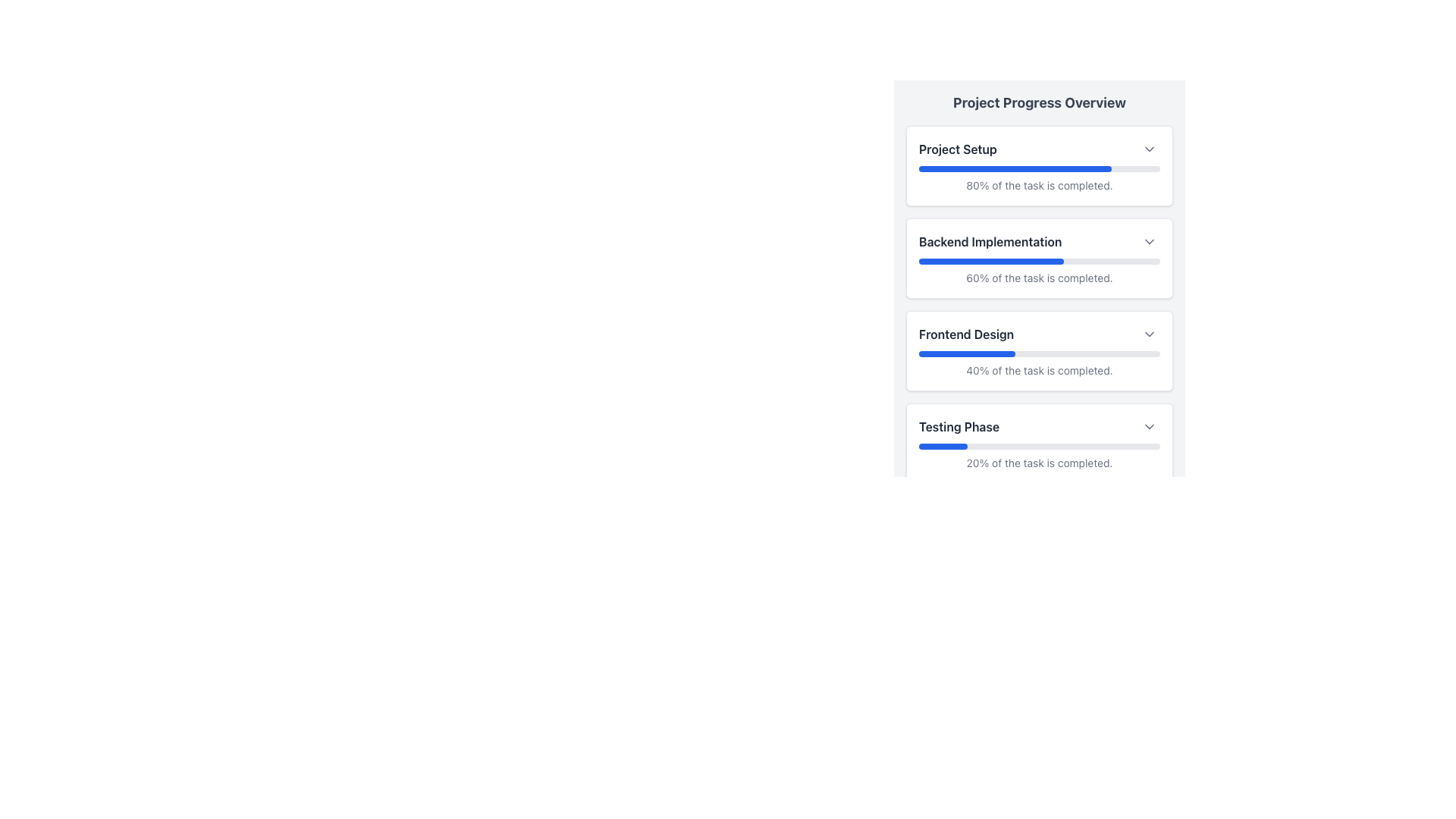 This screenshot has width=1456, height=819. Describe the element at coordinates (1039, 169) in the screenshot. I see `the Progress Bar indicating '80% of the task is completed' in the 'Project Setup' section of the 'Project Progress Overview'` at that location.